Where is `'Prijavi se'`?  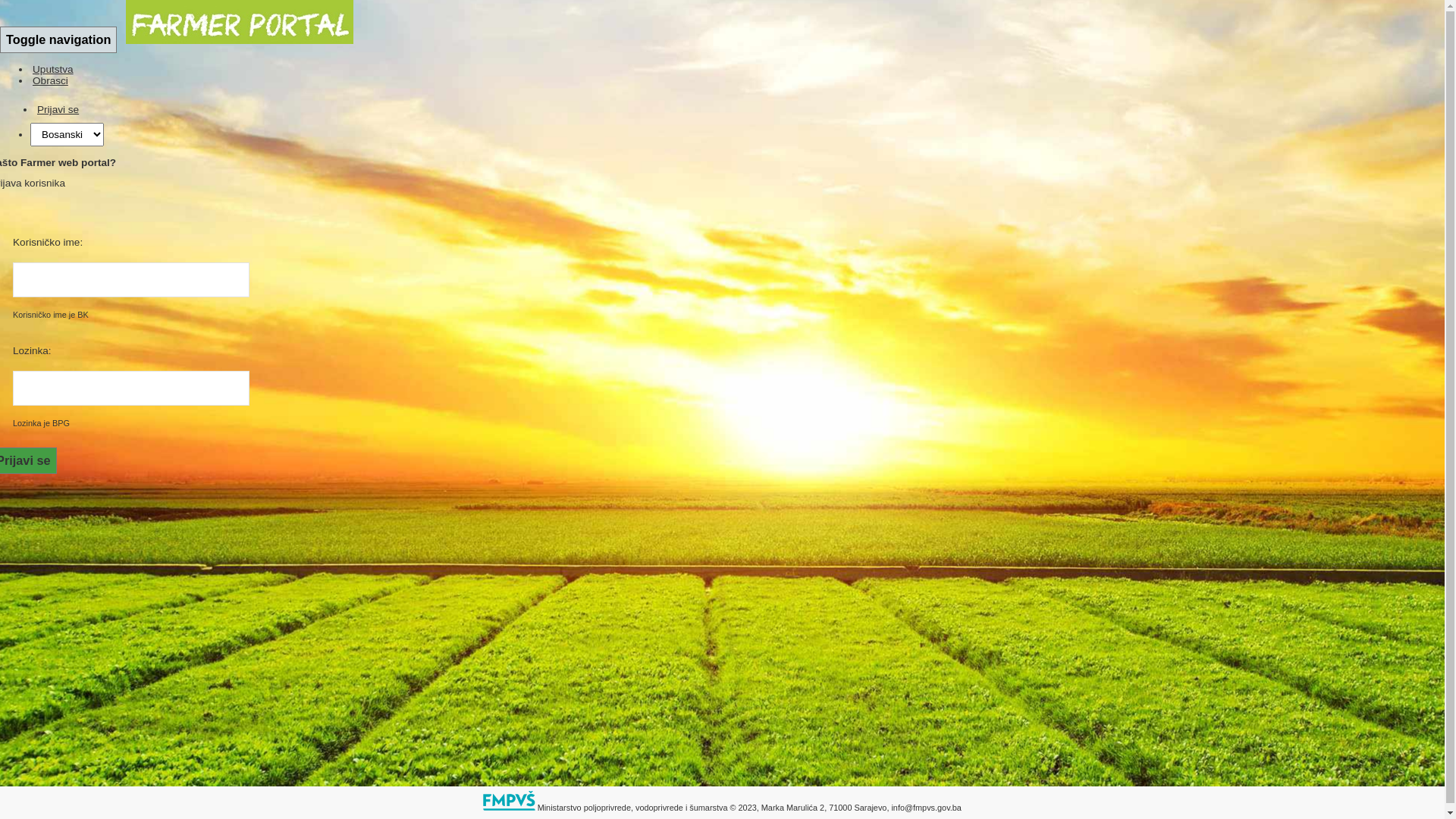 'Prijavi se' is located at coordinates (58, 108).